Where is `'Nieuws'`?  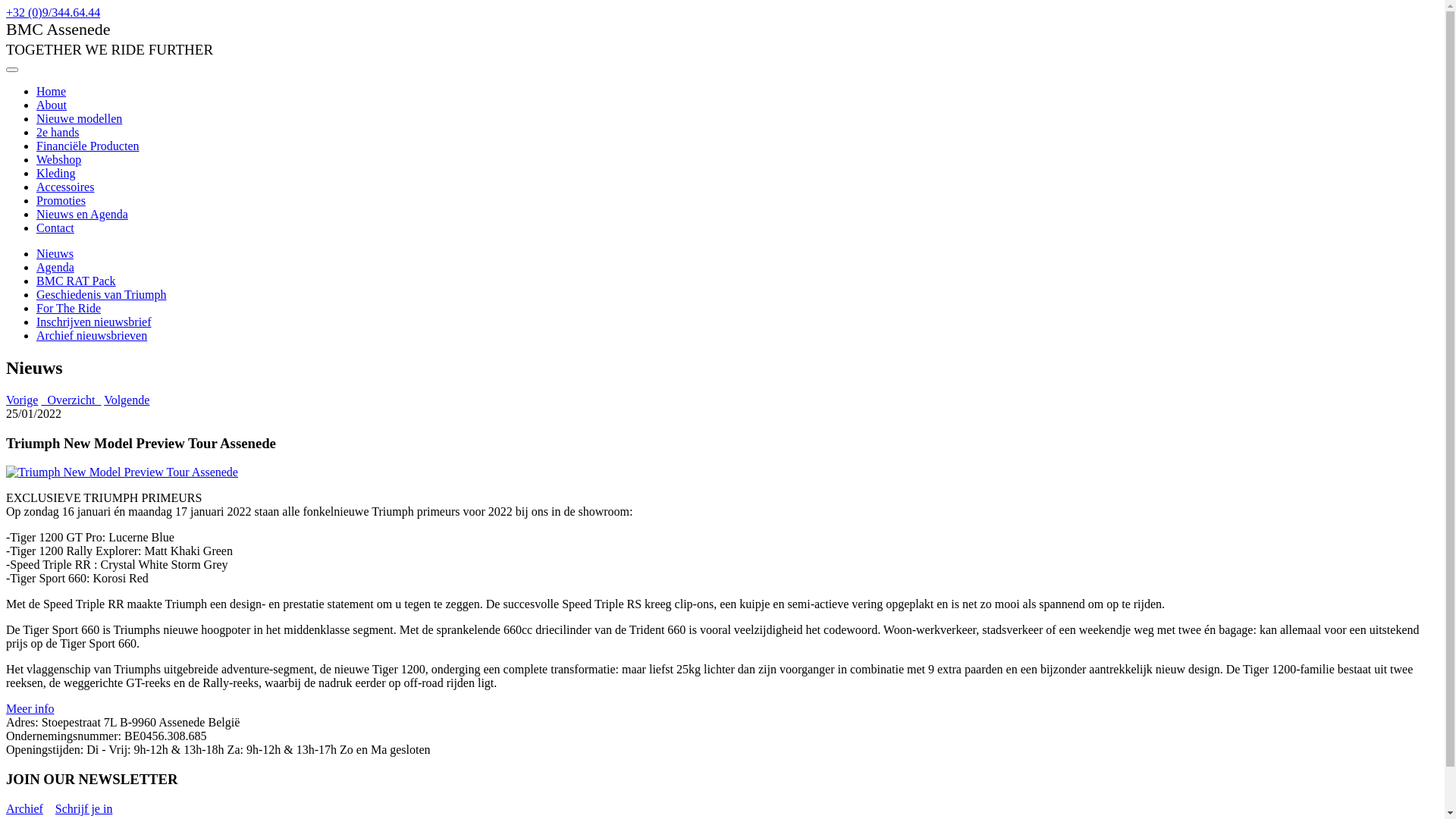 'Nieuws' is located at coordinates (55, 253).